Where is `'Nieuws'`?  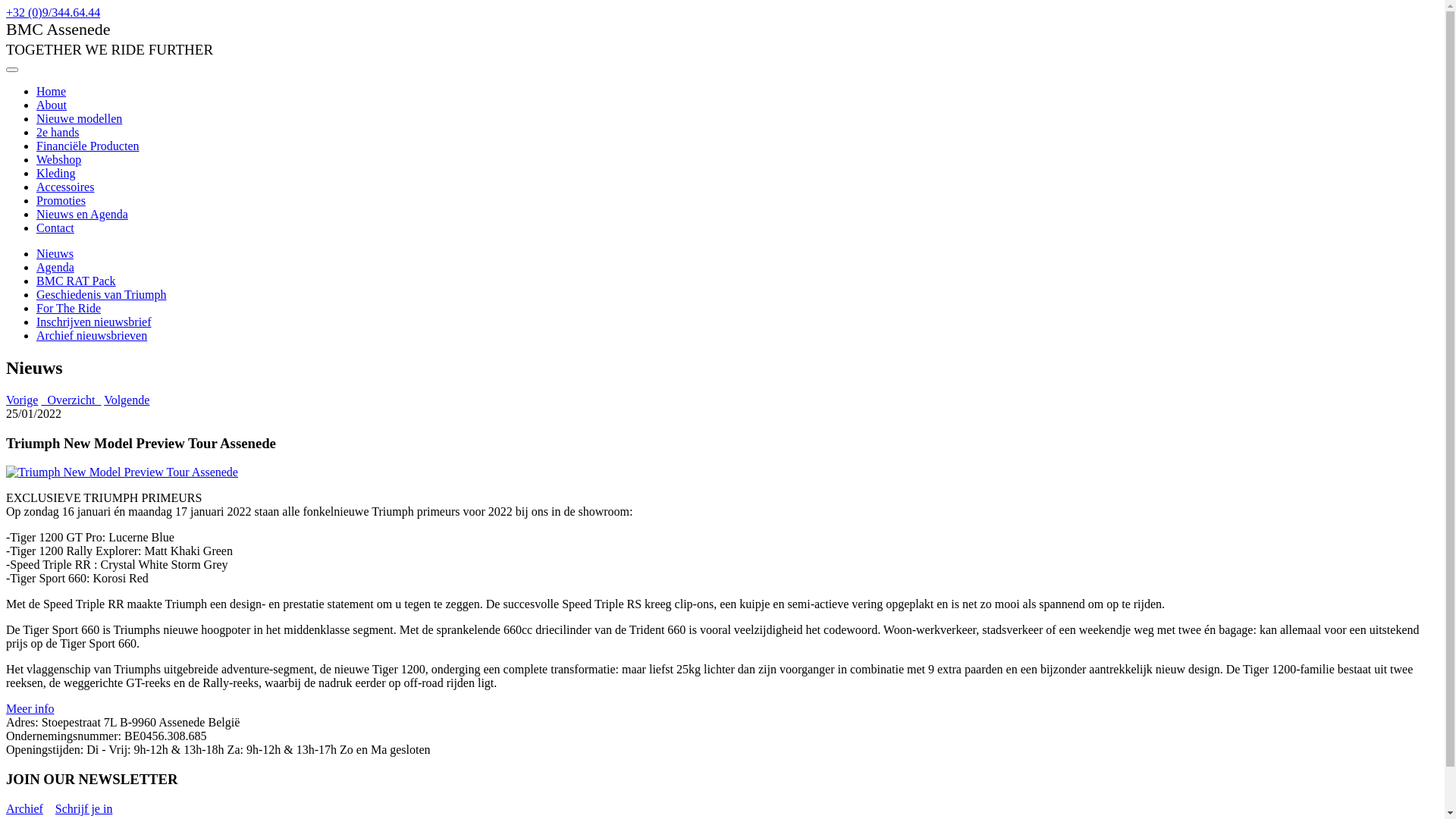 'Nieuws' is located at coordinates (55, 253).